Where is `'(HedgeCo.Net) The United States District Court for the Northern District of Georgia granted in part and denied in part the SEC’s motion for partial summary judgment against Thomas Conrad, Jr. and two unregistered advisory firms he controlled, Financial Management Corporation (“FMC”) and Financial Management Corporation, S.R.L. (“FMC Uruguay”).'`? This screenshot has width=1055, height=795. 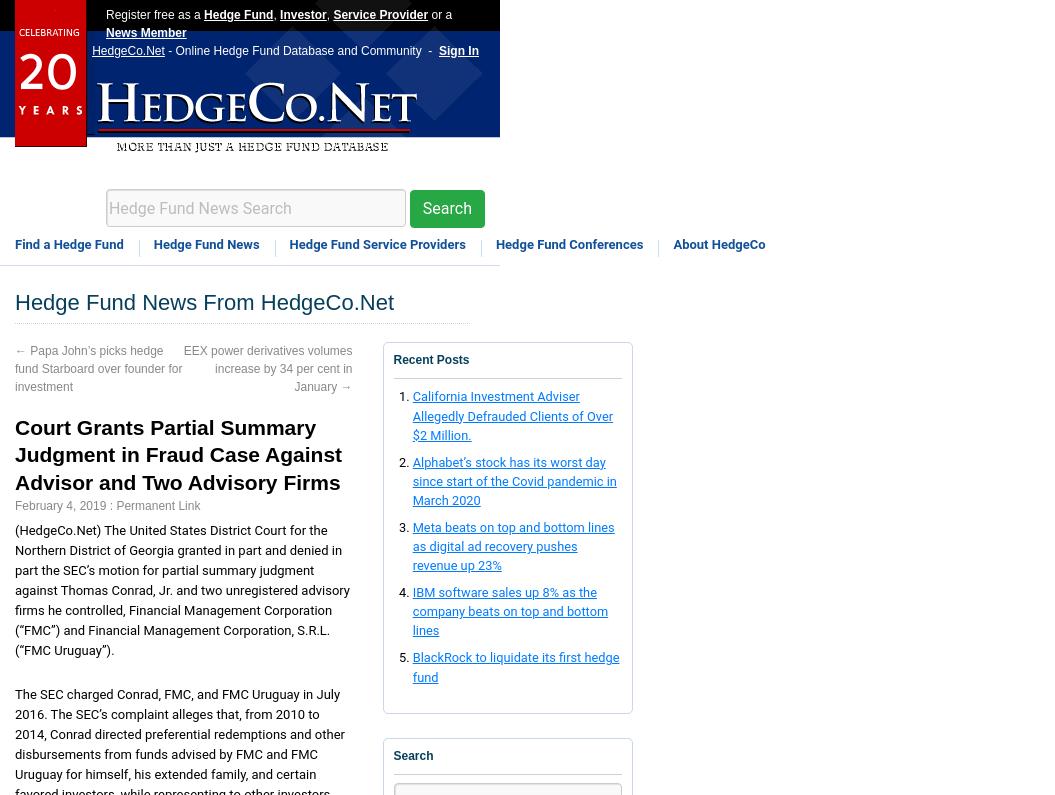 '(HedgeCo.Net) The United States District Court for the Northern District of Georgia granted in part and denied in part the SEC’s motion for partial summary judgment against Thomas Conrad, Jr. and two unregistered advisory firms he controlled, Financial Management Corporation (“FMC”) and Financial Management Corporation, S.R.L. (“FMC Uruguay”).' is located at coordinates (181, 588).